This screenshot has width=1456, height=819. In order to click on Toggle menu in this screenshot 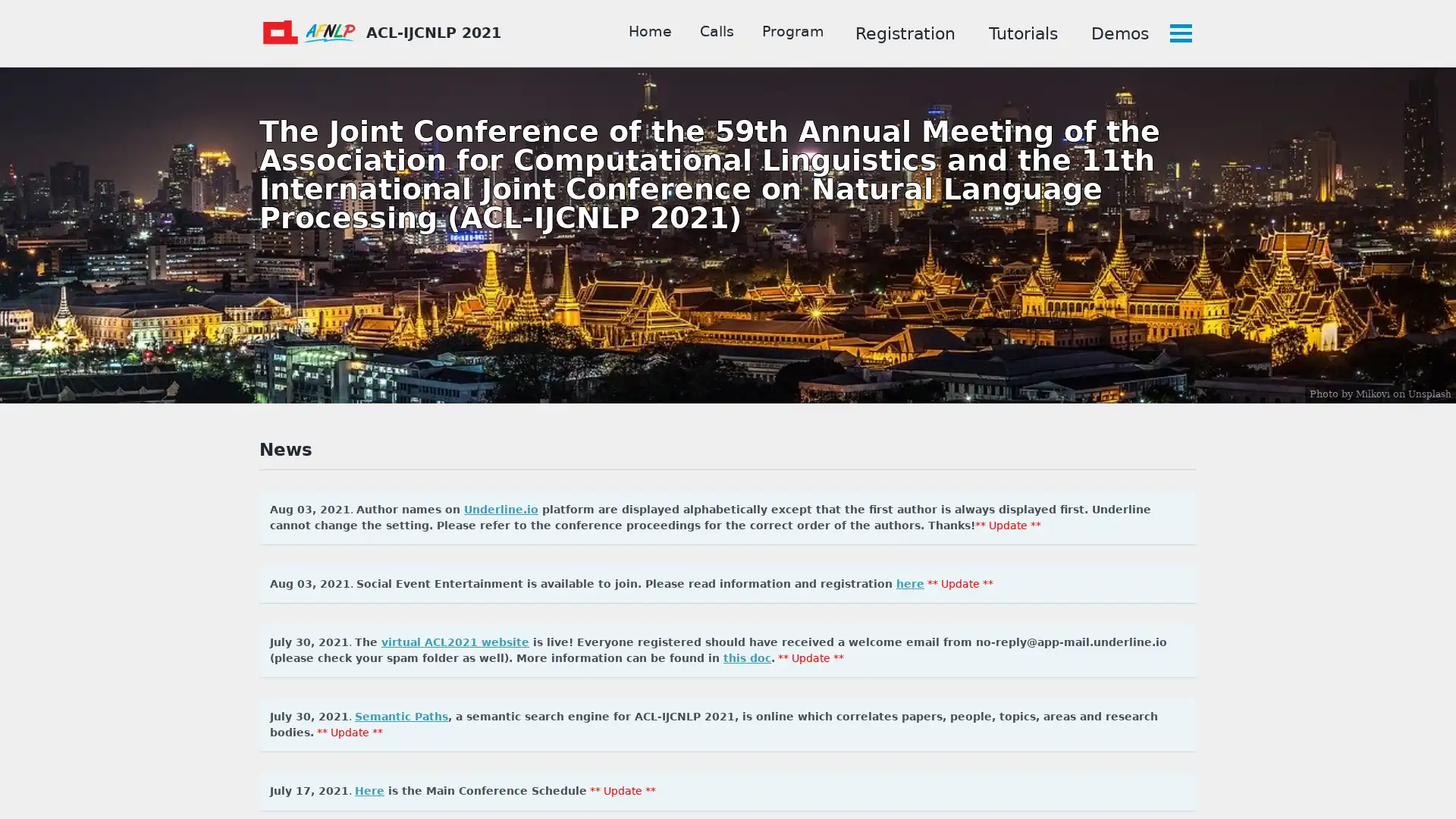, I will do `click(1178, 33)`.